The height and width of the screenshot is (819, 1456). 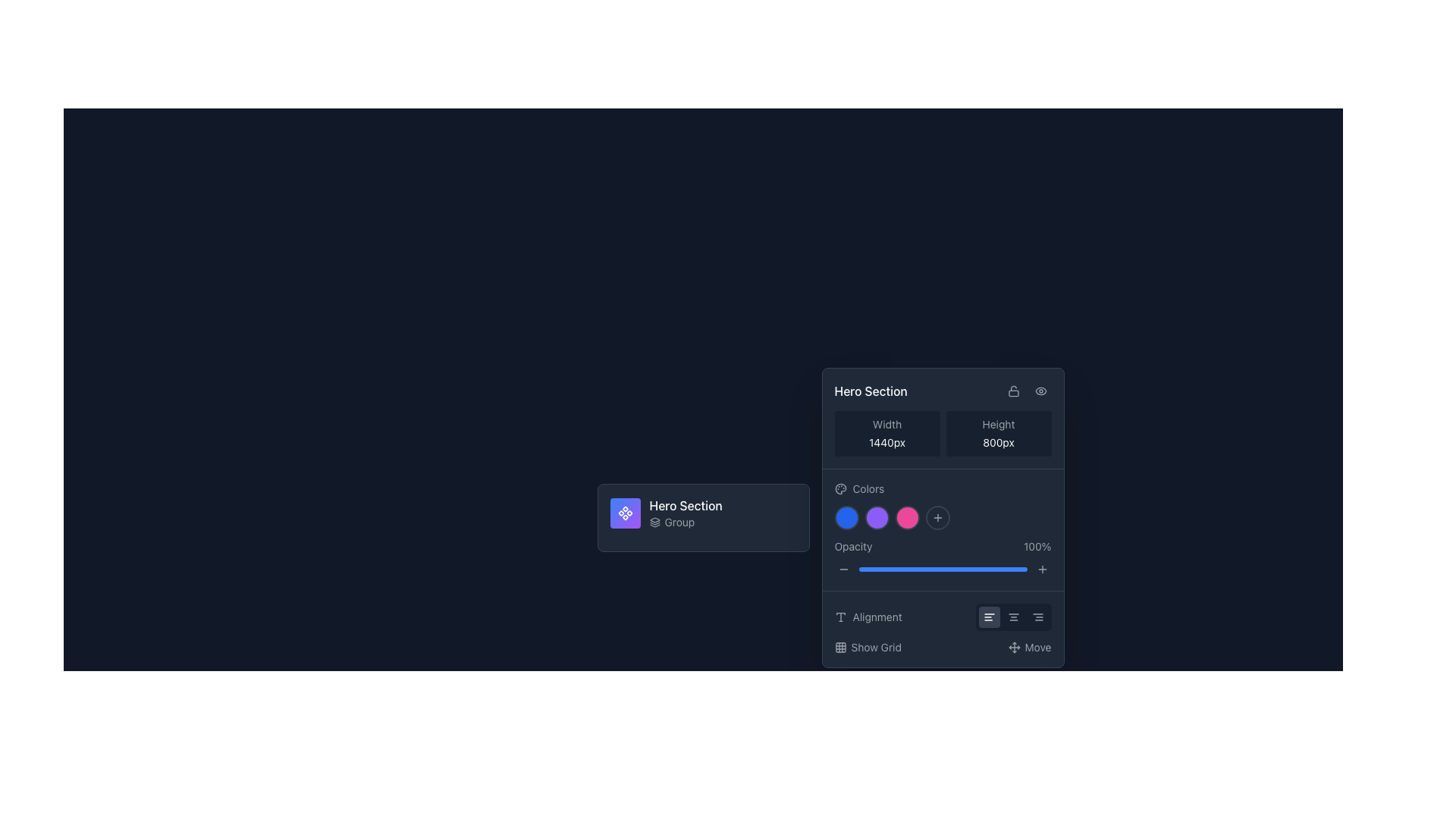 What do you see at coordinates (1037, 617) in the screenshot?
I see `the right-alignment icon located in the 'Hero Section' panel at the bottom-right corner` at bounding box center [1037, 617].